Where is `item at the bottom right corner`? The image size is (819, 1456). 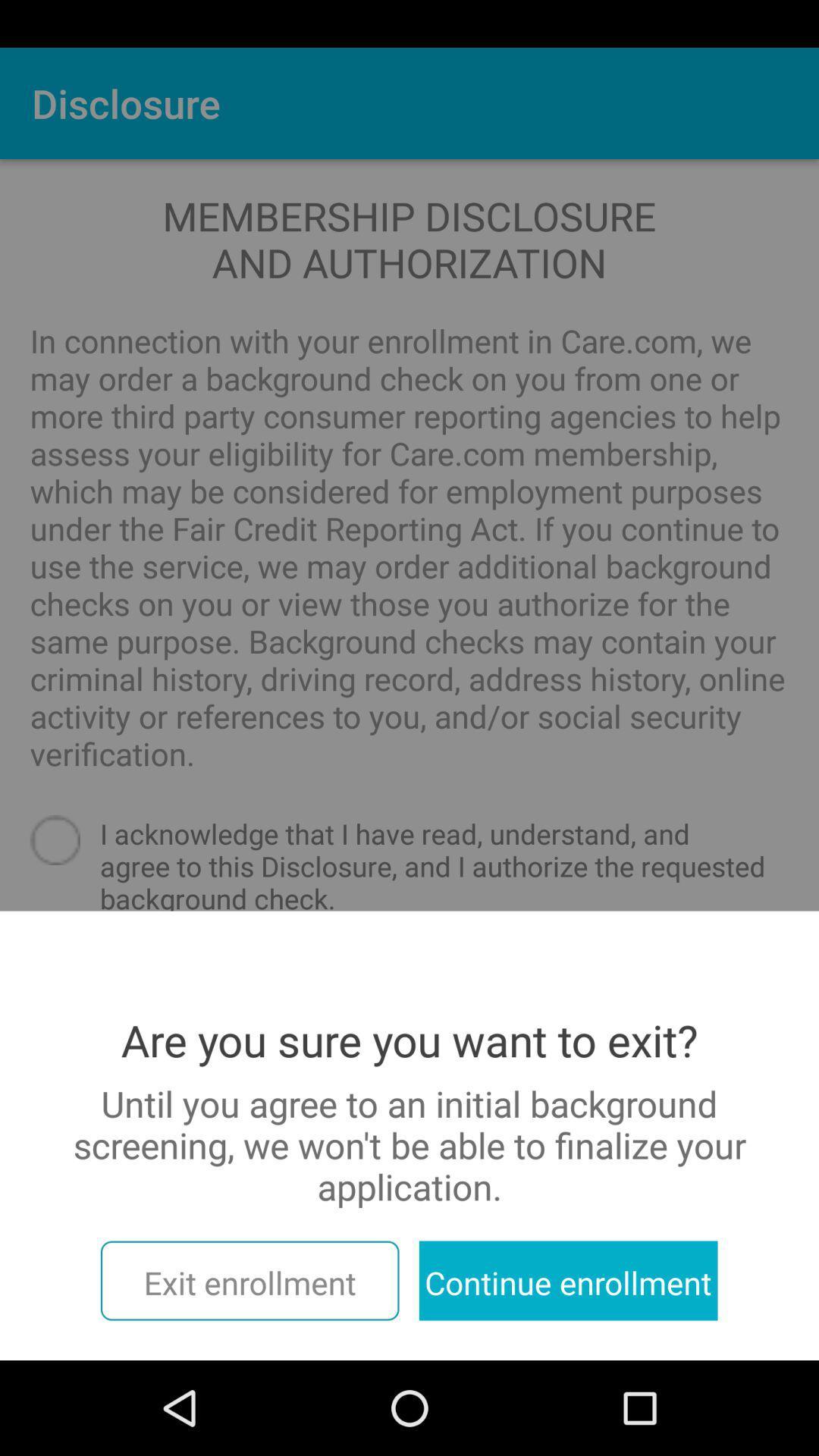 item at the bottom right corner is located at coordinates (568, 1280).